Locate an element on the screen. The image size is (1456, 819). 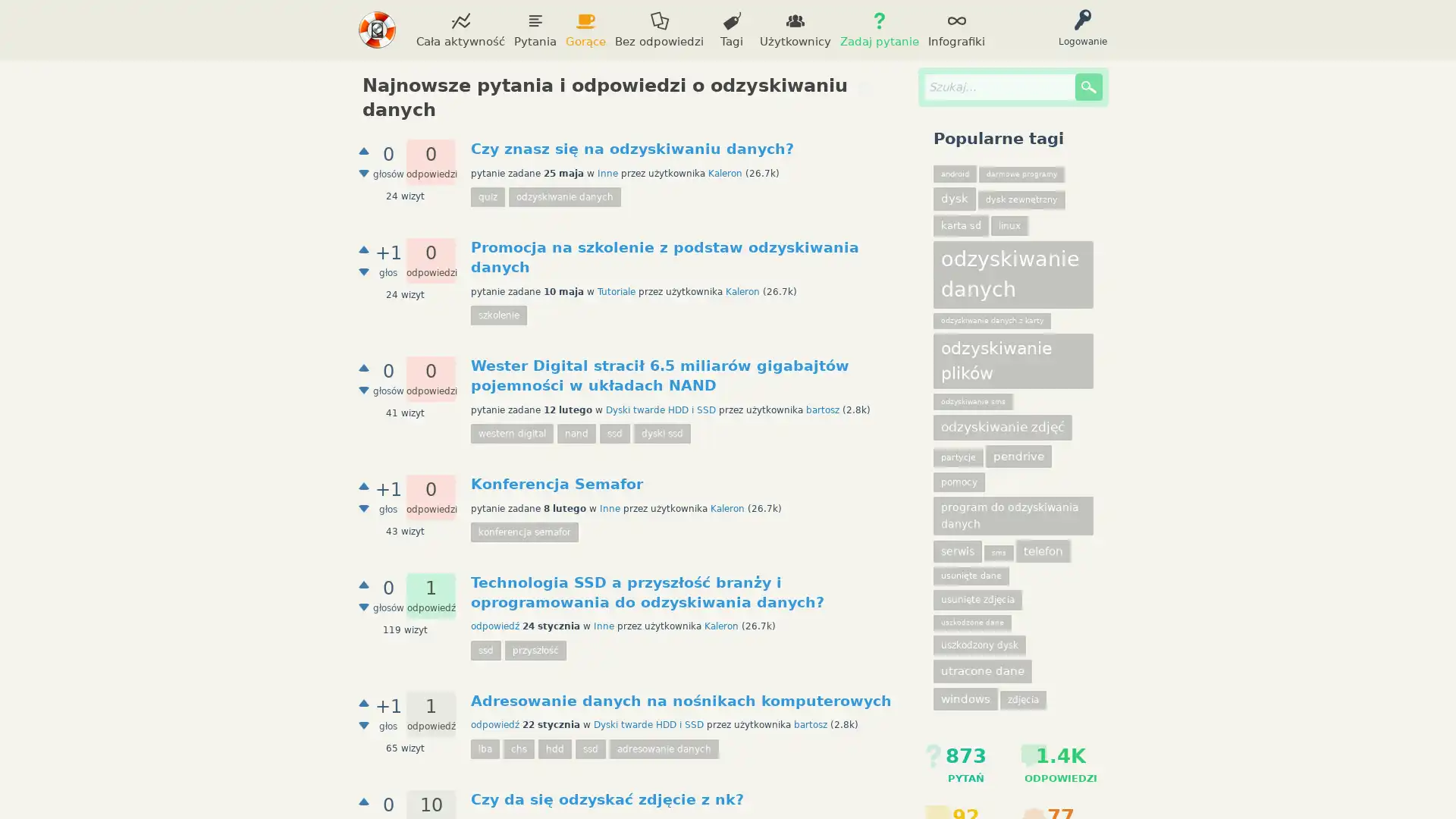
+ is located at coordinates (364, 368).